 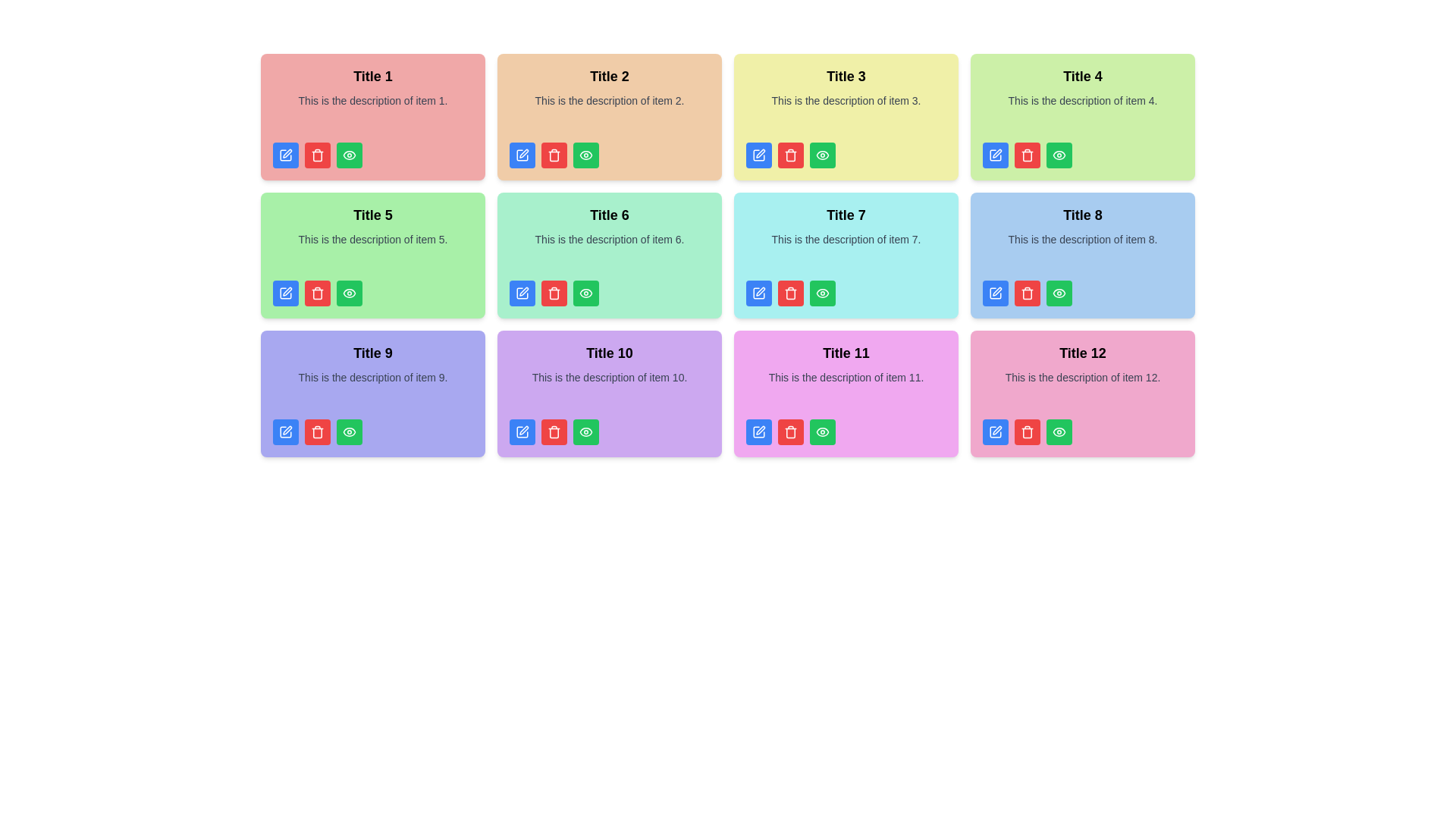 I want to click on the red trash can icon, which is nested inside a red rounded rectangular button, located below the title and description in each card, so click(x=553, y=155).